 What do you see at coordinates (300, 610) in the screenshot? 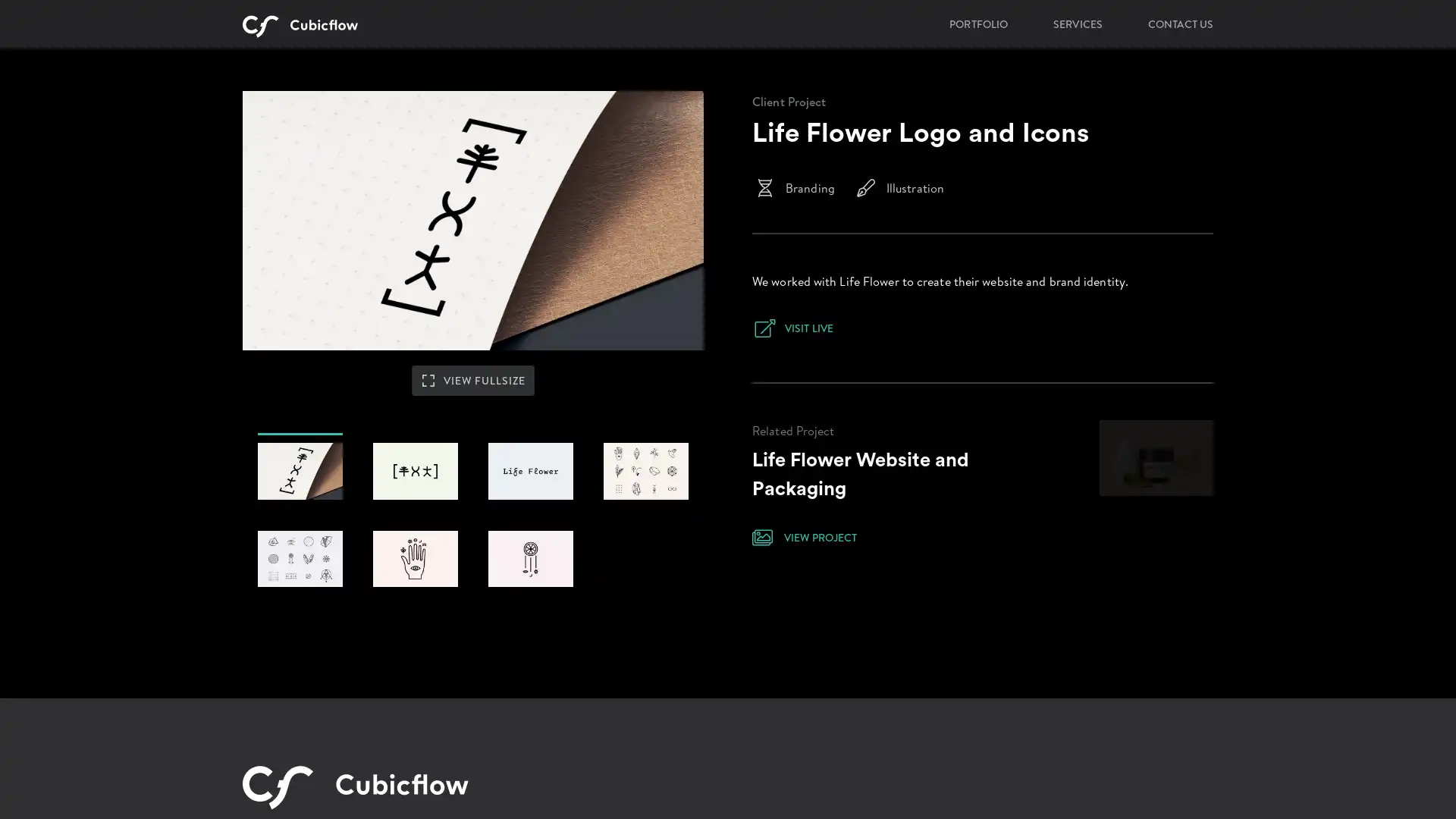
I see `#` at bounding box center [300, 610].